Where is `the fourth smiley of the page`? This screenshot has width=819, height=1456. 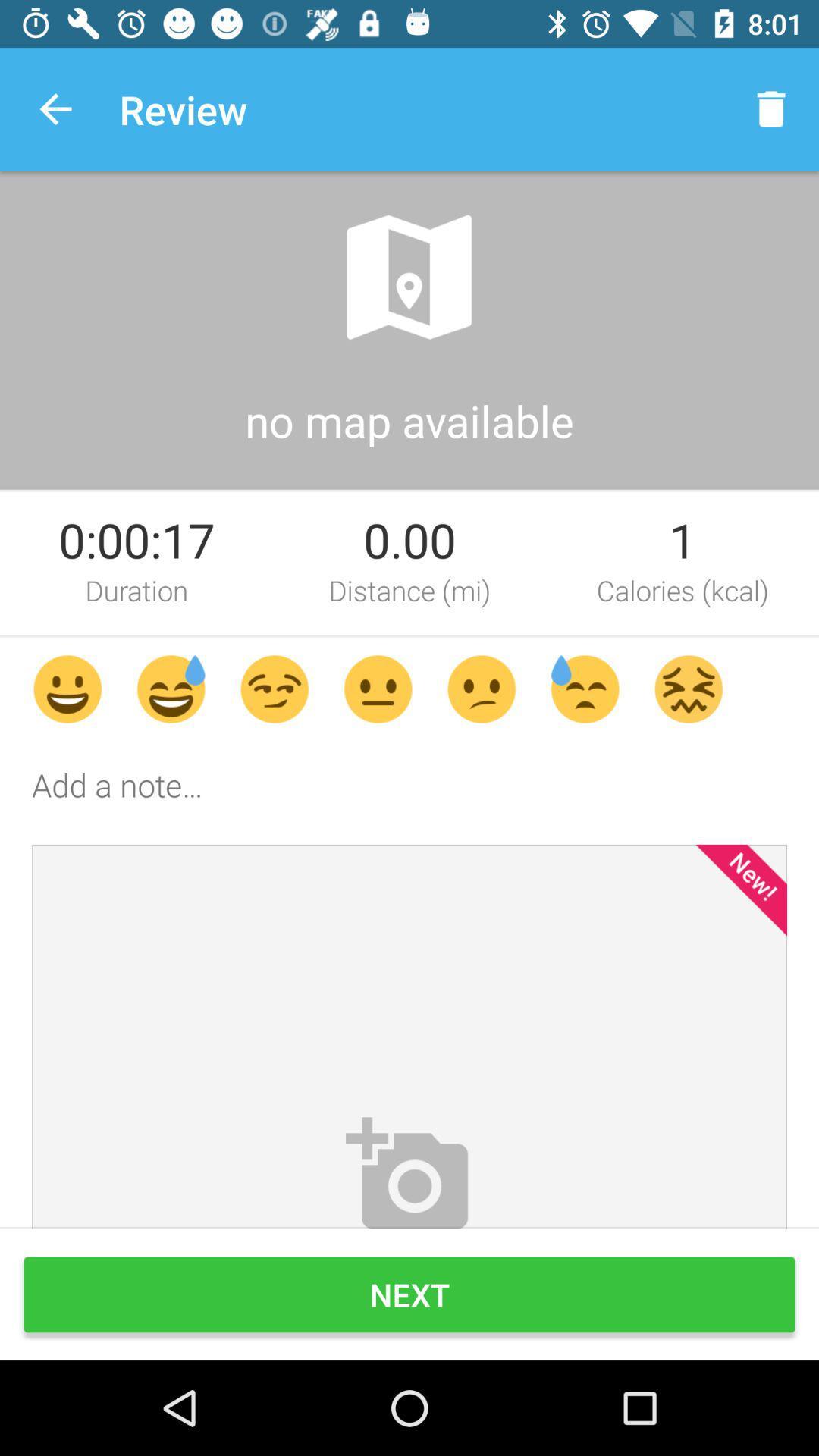
the fourth smiley of the page is located at coordinates (377, 688).